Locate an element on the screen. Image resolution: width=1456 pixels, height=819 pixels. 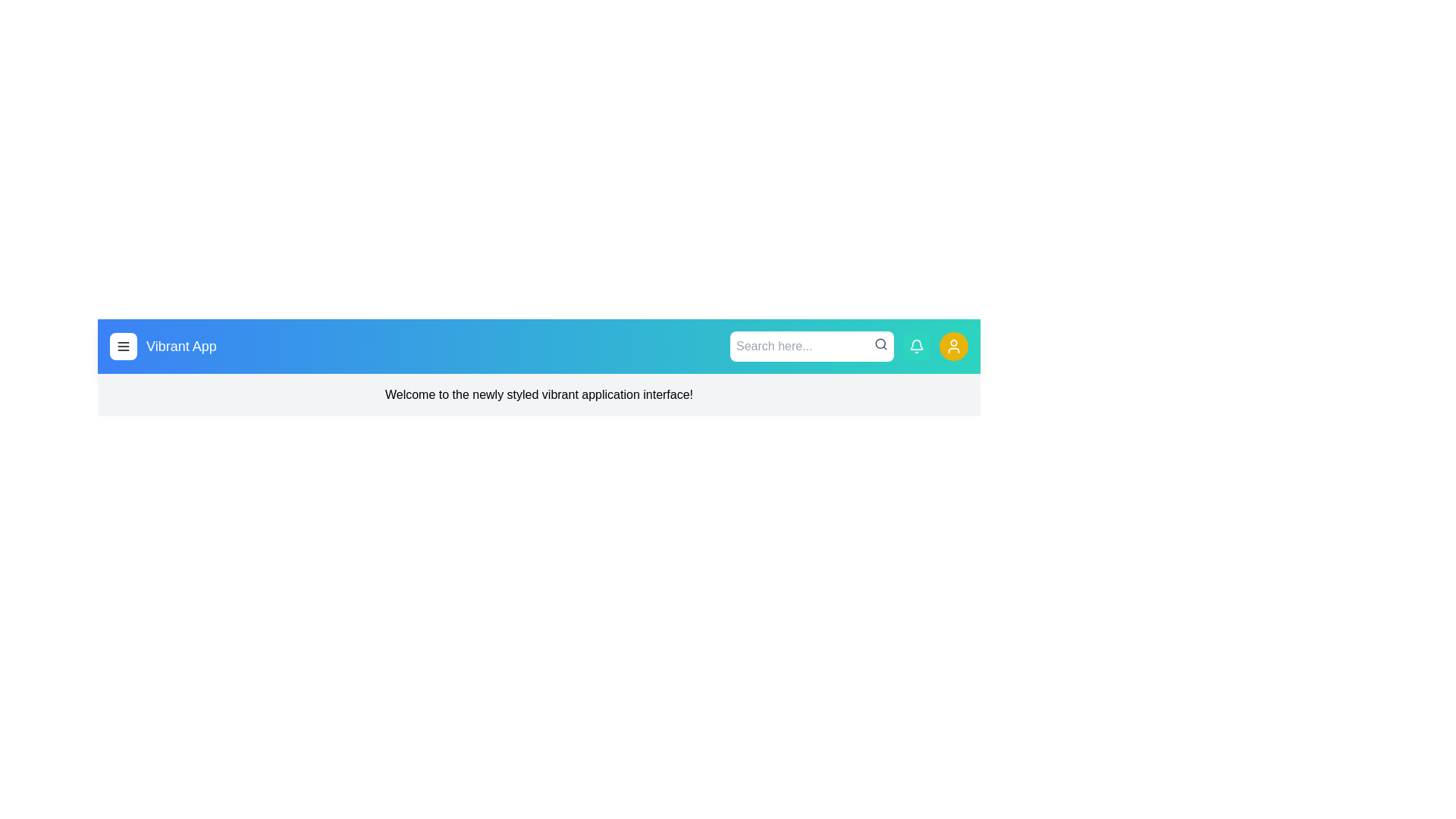
the profile user button is located at coordinates (952, 346).